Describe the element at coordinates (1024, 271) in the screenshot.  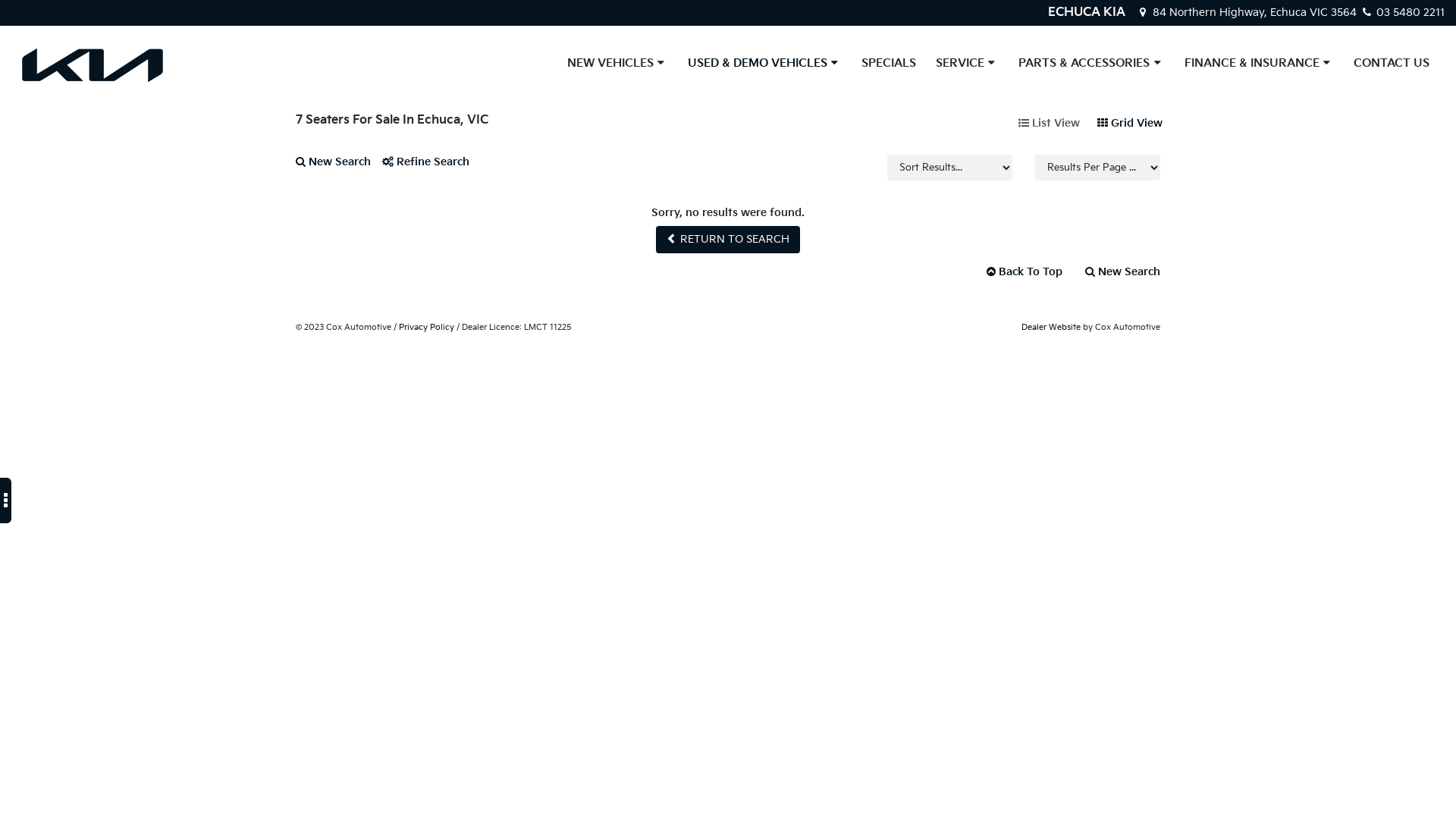
I see `'Back To Top'` at that location.